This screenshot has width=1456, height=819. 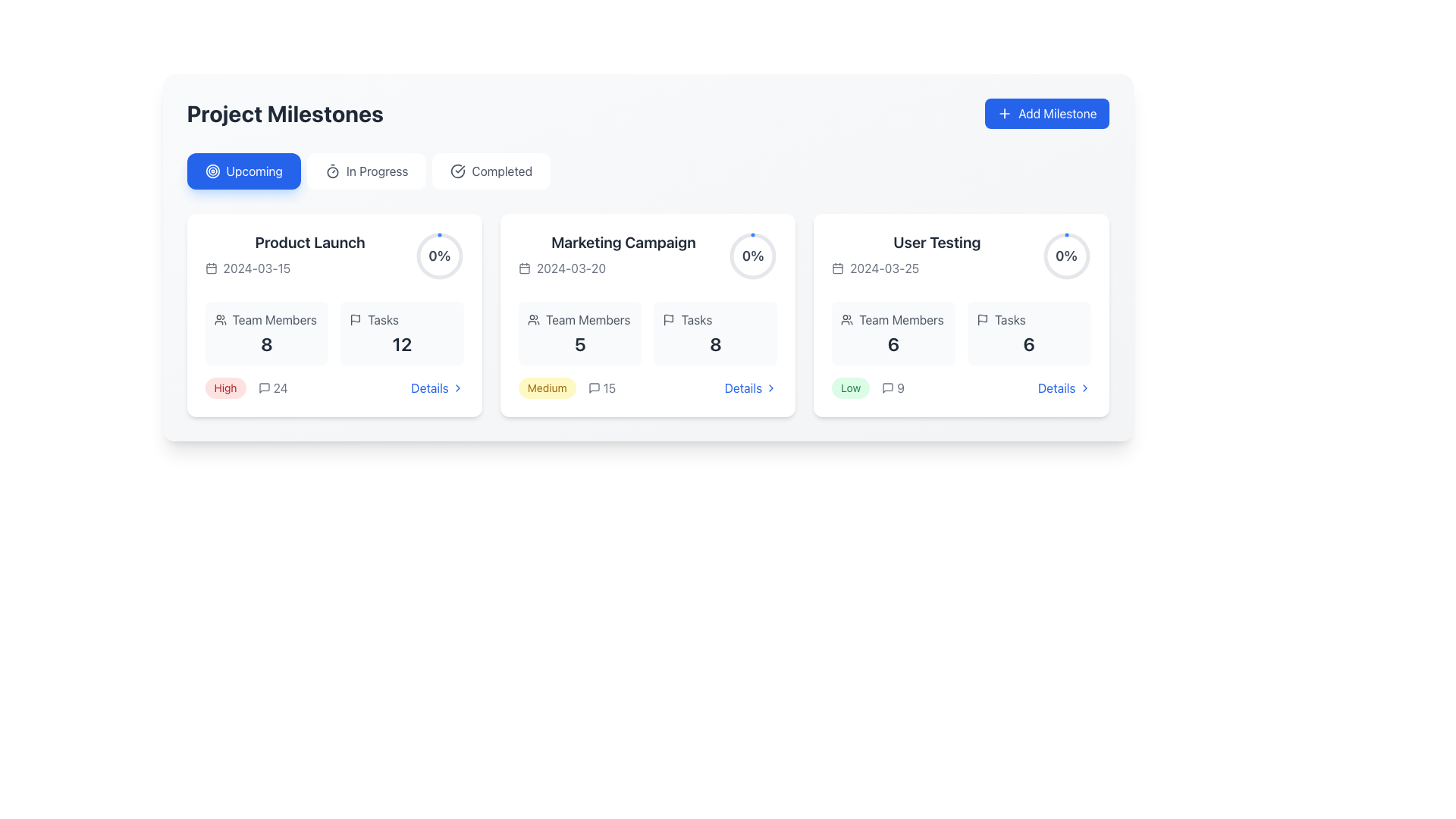 What do you see at coordinates (936, 242) in the screenshot?
I see `the bold text header 'User Testing', which is prominently styled as the title of a section, located in the last card of the grid layout` at bounding box center [936, 242].